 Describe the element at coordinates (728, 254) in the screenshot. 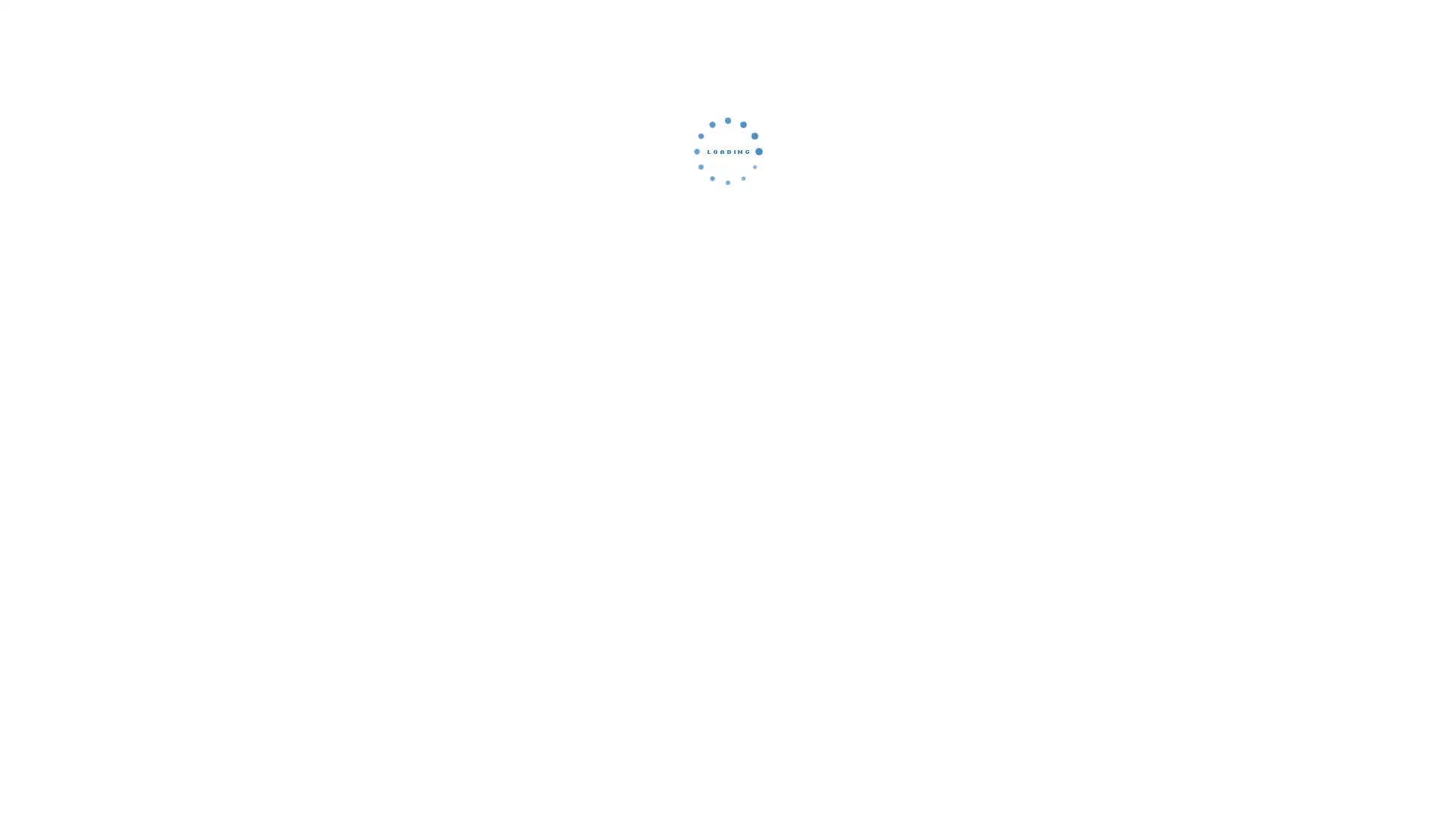

I see `Continue` at that location.